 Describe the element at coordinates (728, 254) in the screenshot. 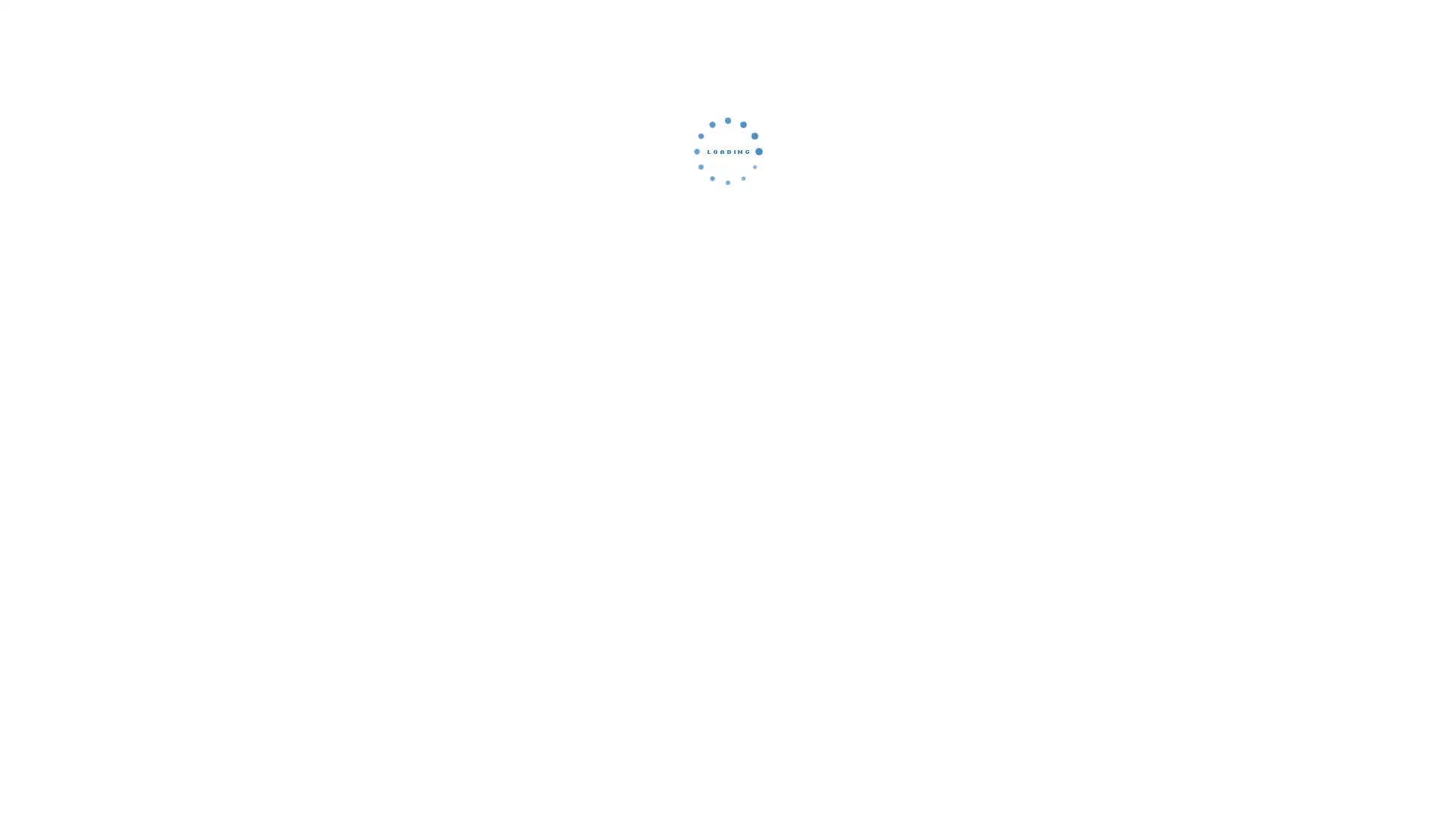

I see `Continue` at that location.